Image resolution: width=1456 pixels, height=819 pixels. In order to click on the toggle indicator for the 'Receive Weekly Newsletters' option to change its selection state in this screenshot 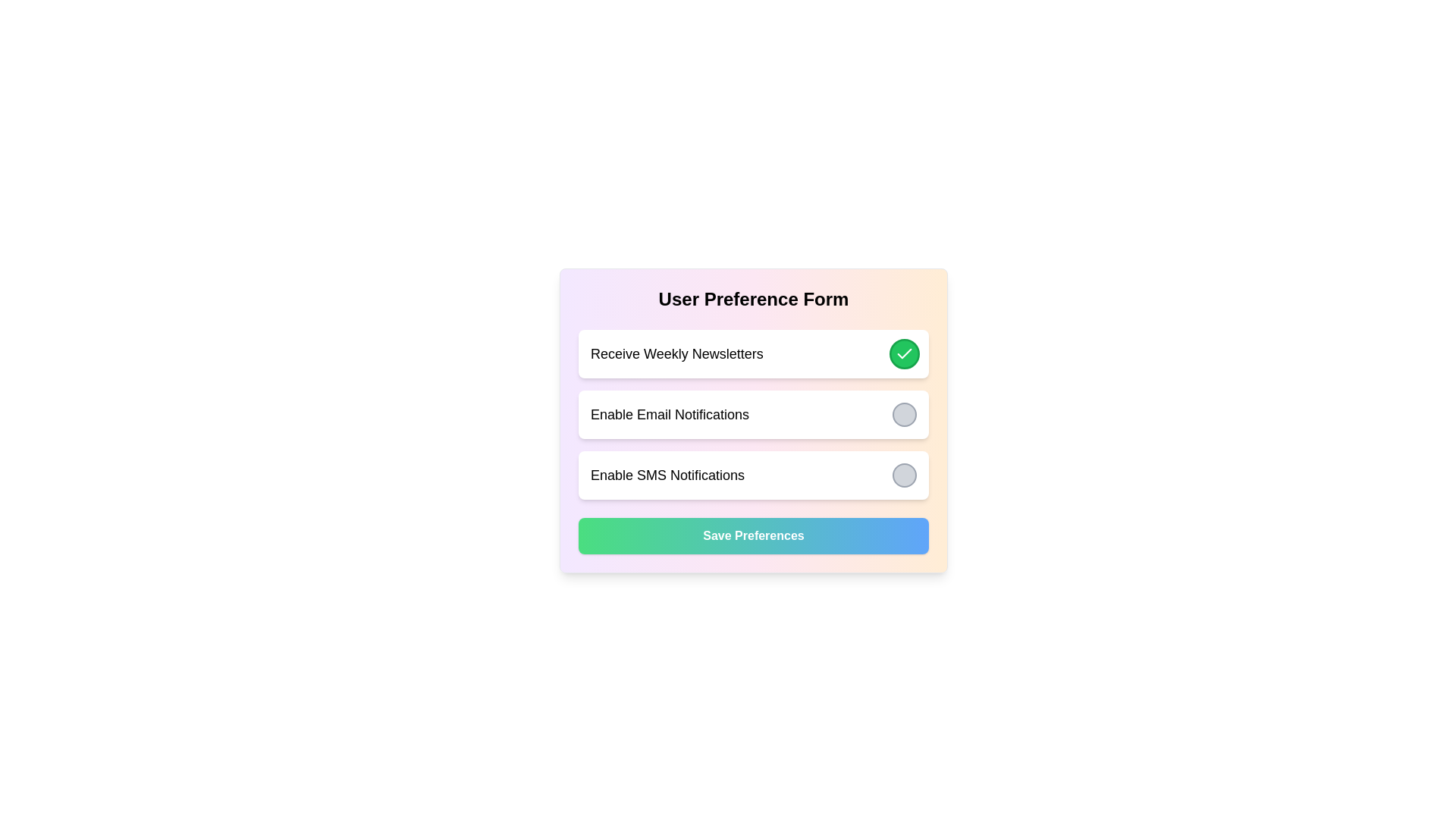, I will do `click(905, 353)`.